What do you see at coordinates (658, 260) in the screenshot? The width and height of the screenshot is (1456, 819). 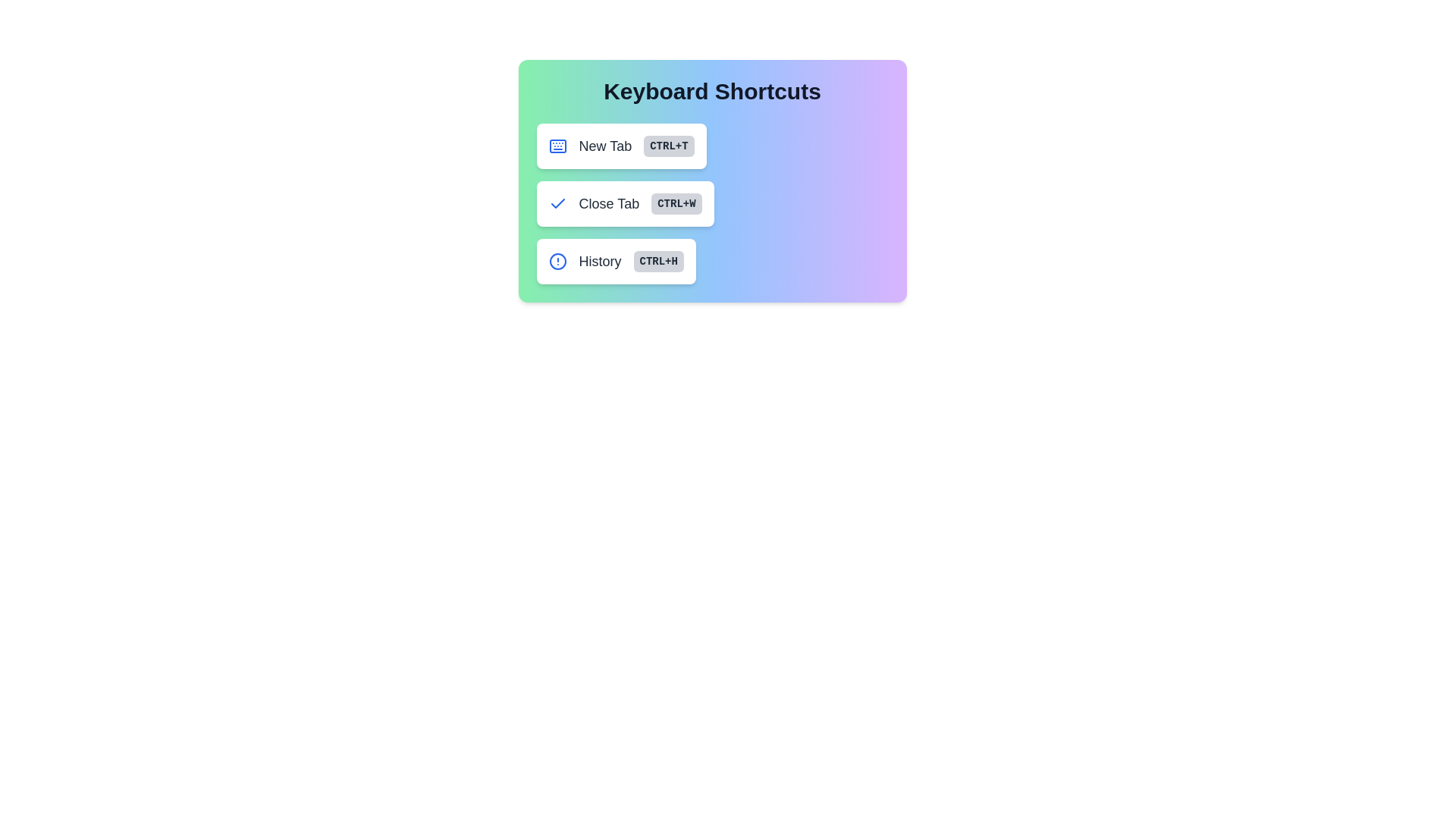 I see `the small button-like Label/Badge with the text 'Ctrl+H', which is positioned to the far-right of the 'History' button and has a light gray background with bold uppercase text` at bounding box center [658, 260].